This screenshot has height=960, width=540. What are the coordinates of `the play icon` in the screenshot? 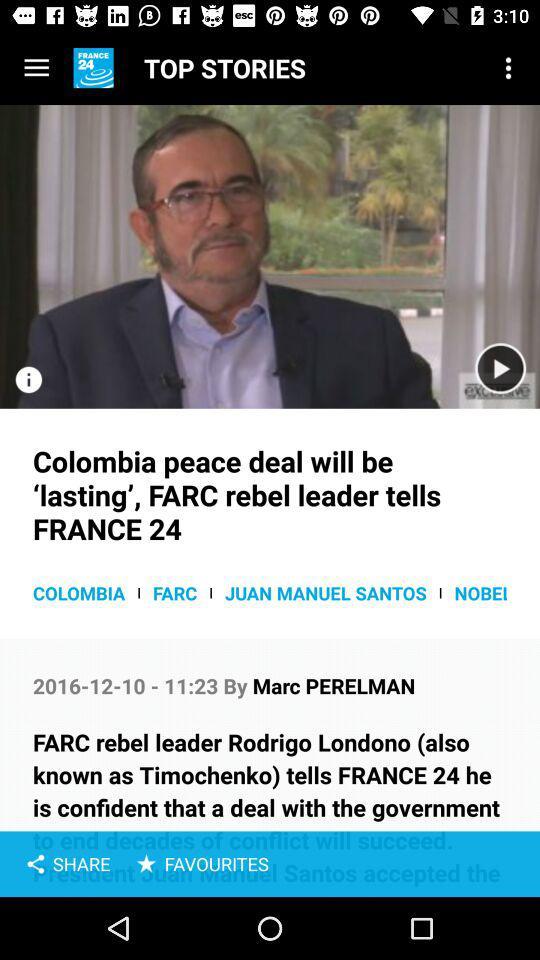 It's located at (499, 368).